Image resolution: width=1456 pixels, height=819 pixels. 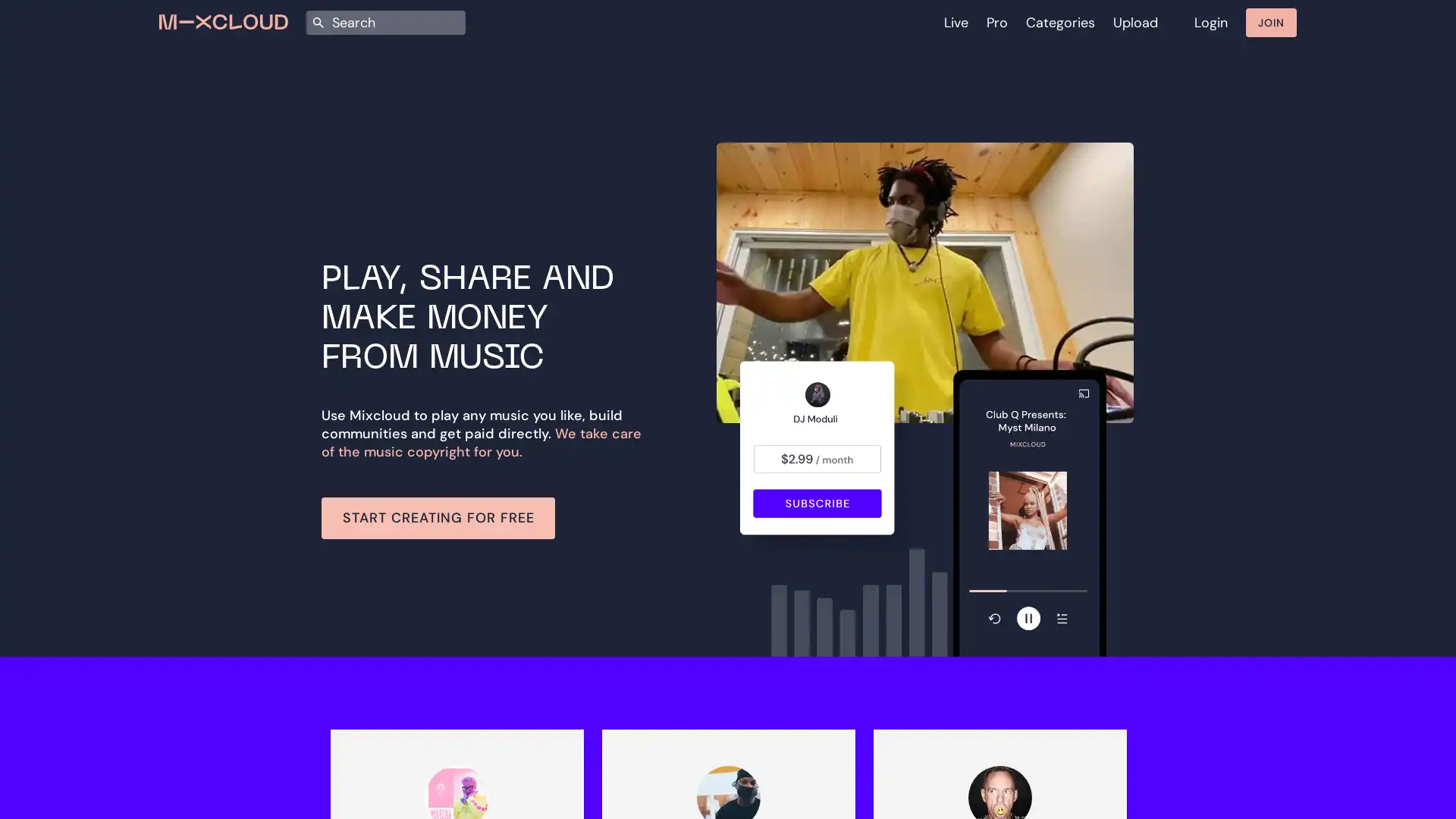 I want to click on JOIN, so click(x=1271, y=23).